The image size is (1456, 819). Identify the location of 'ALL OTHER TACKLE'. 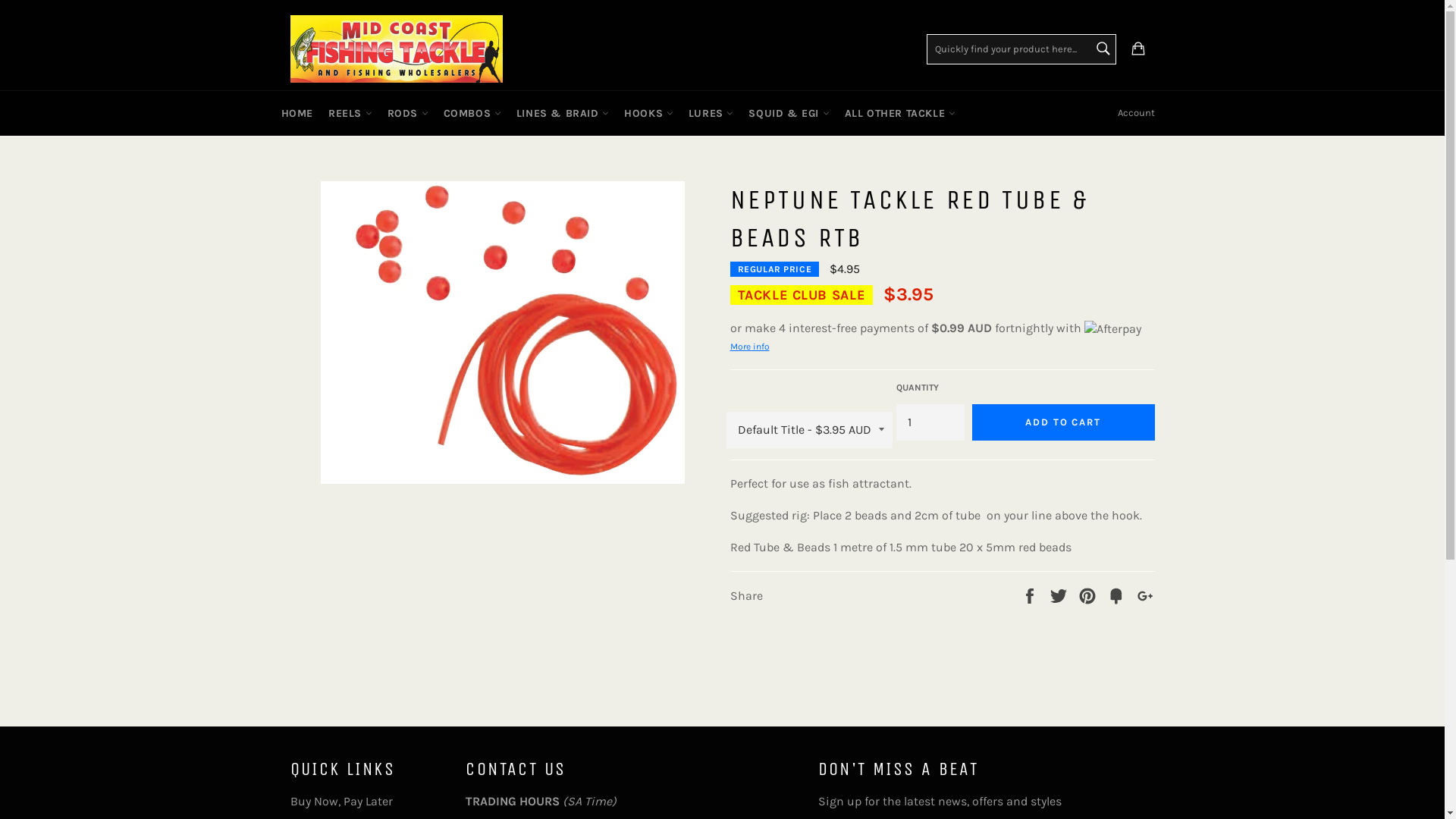
(837, 112).